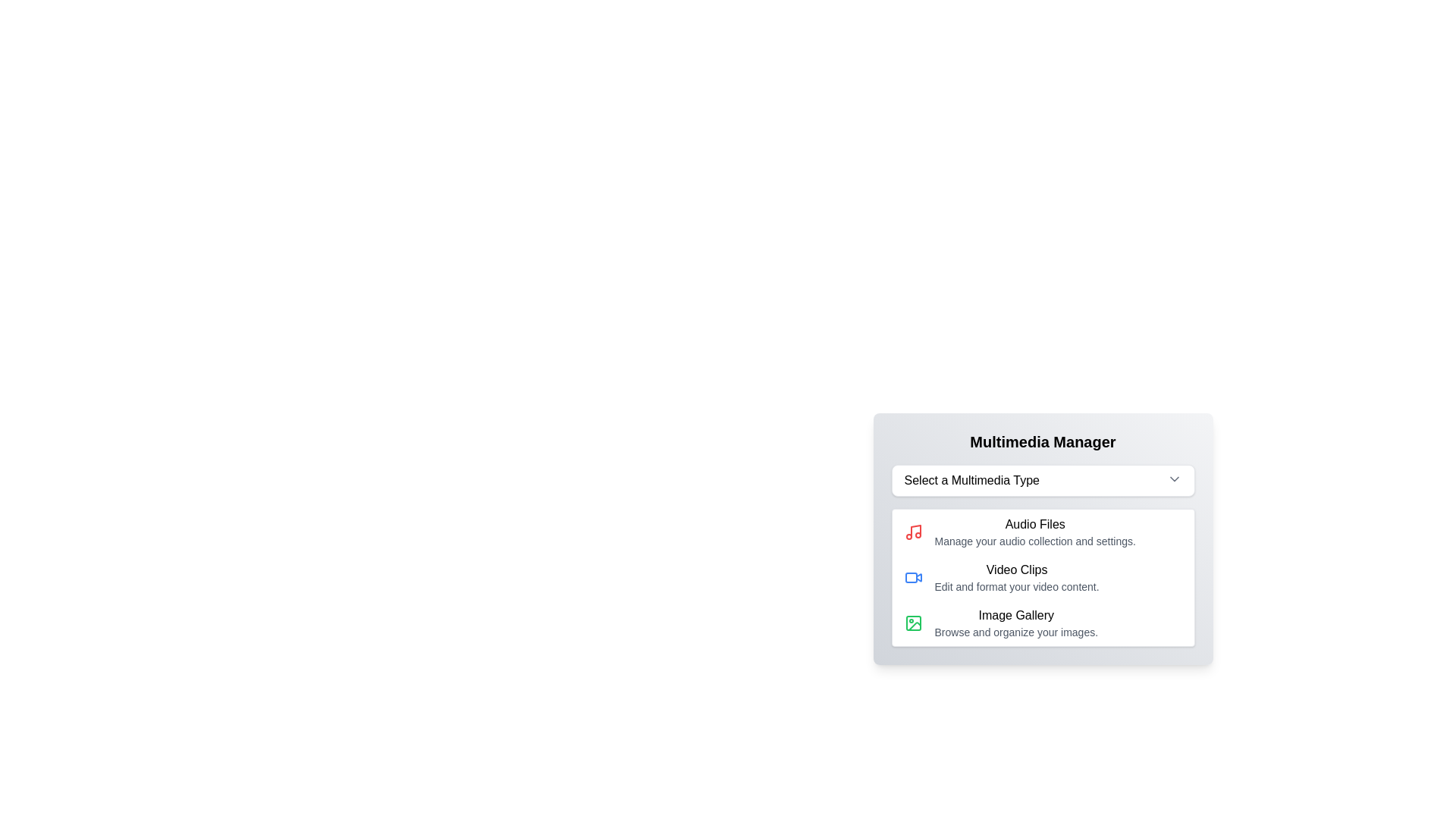  Describe the element at coordinates (1042, 581) in the screenshot. I see `the multimedia management module located in the lower-right side of the viewport` at that location.